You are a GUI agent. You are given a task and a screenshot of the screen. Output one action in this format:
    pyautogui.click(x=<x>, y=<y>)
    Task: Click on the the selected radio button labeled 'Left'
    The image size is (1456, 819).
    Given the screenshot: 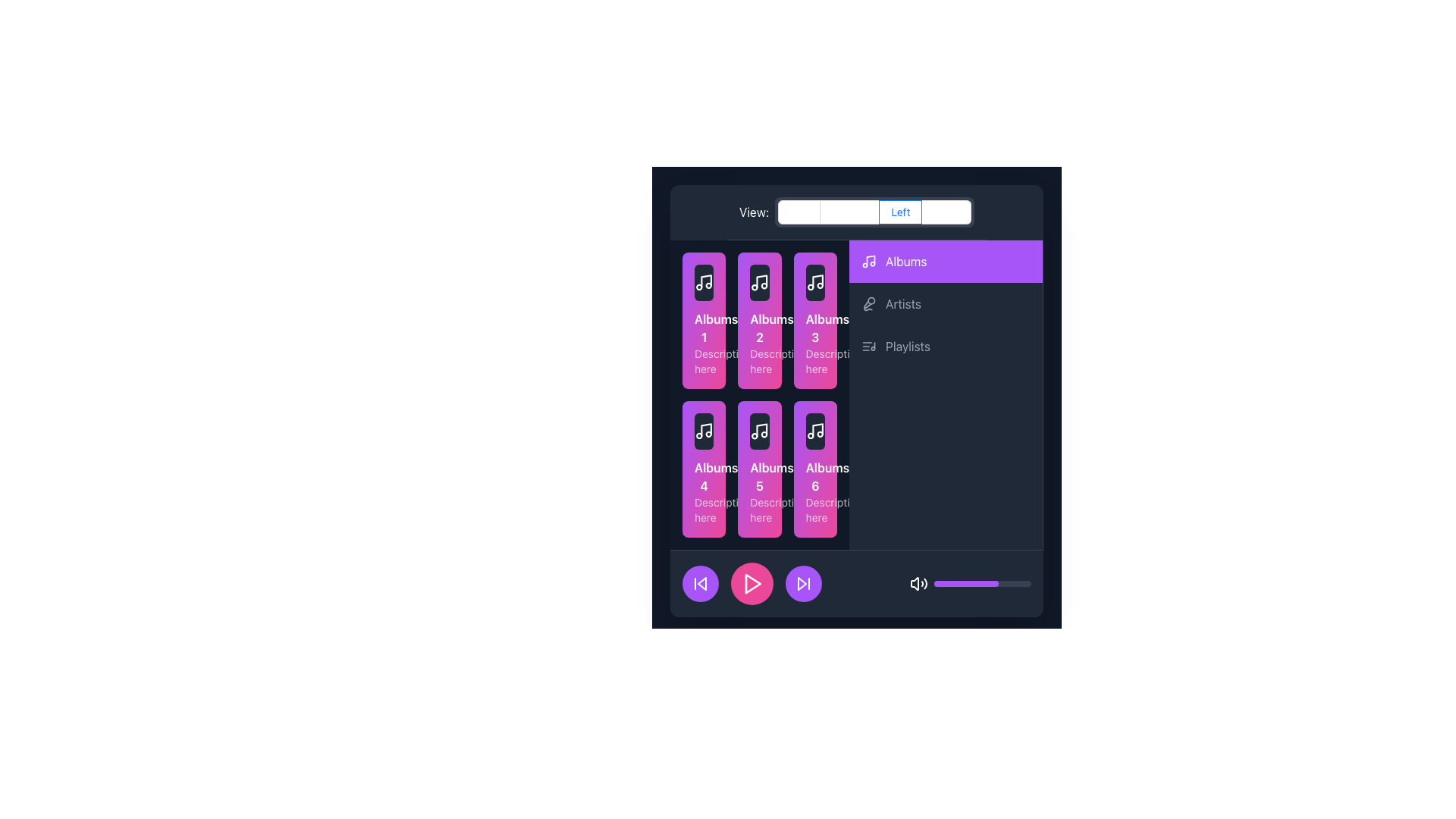 What is the action you would take?
    pyautogui.click(x=901, y=212)
    